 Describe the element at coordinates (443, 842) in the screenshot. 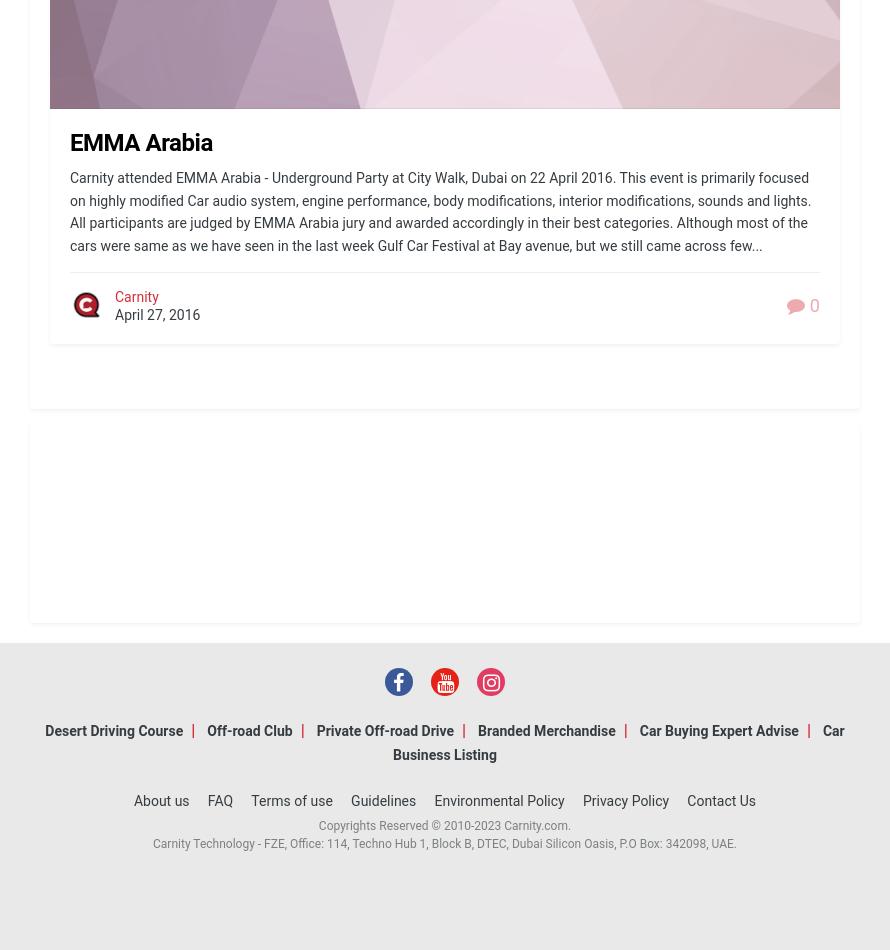

I see `'Carnity Technology - FZE, Office: 114, Techno Hub 1, Block B, DTEC, Dubai Silicon Oasis, P.O Box: 342098, UAE.'` at that location.